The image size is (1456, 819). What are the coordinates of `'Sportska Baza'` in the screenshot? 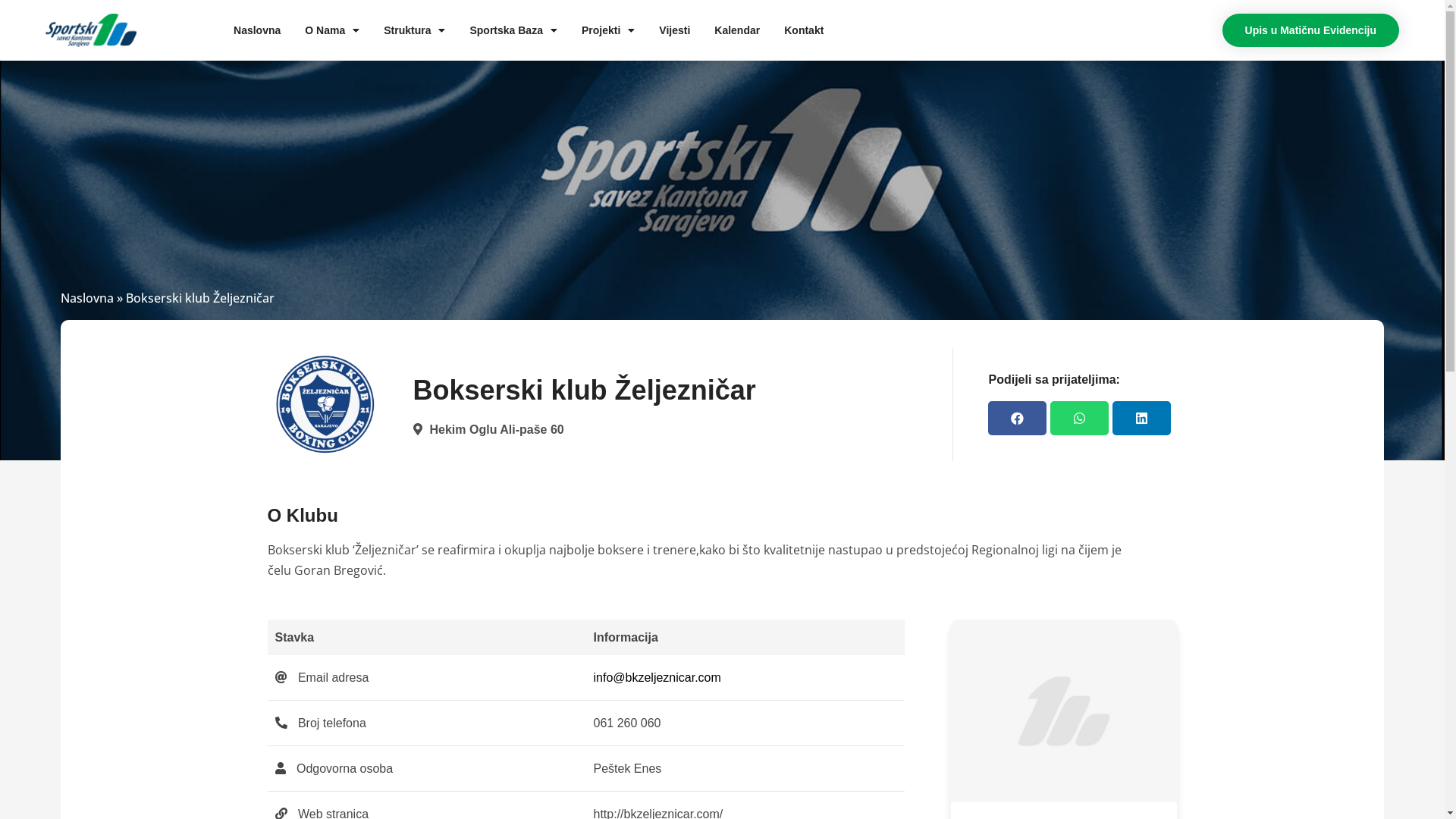 It's located at (457, 30).